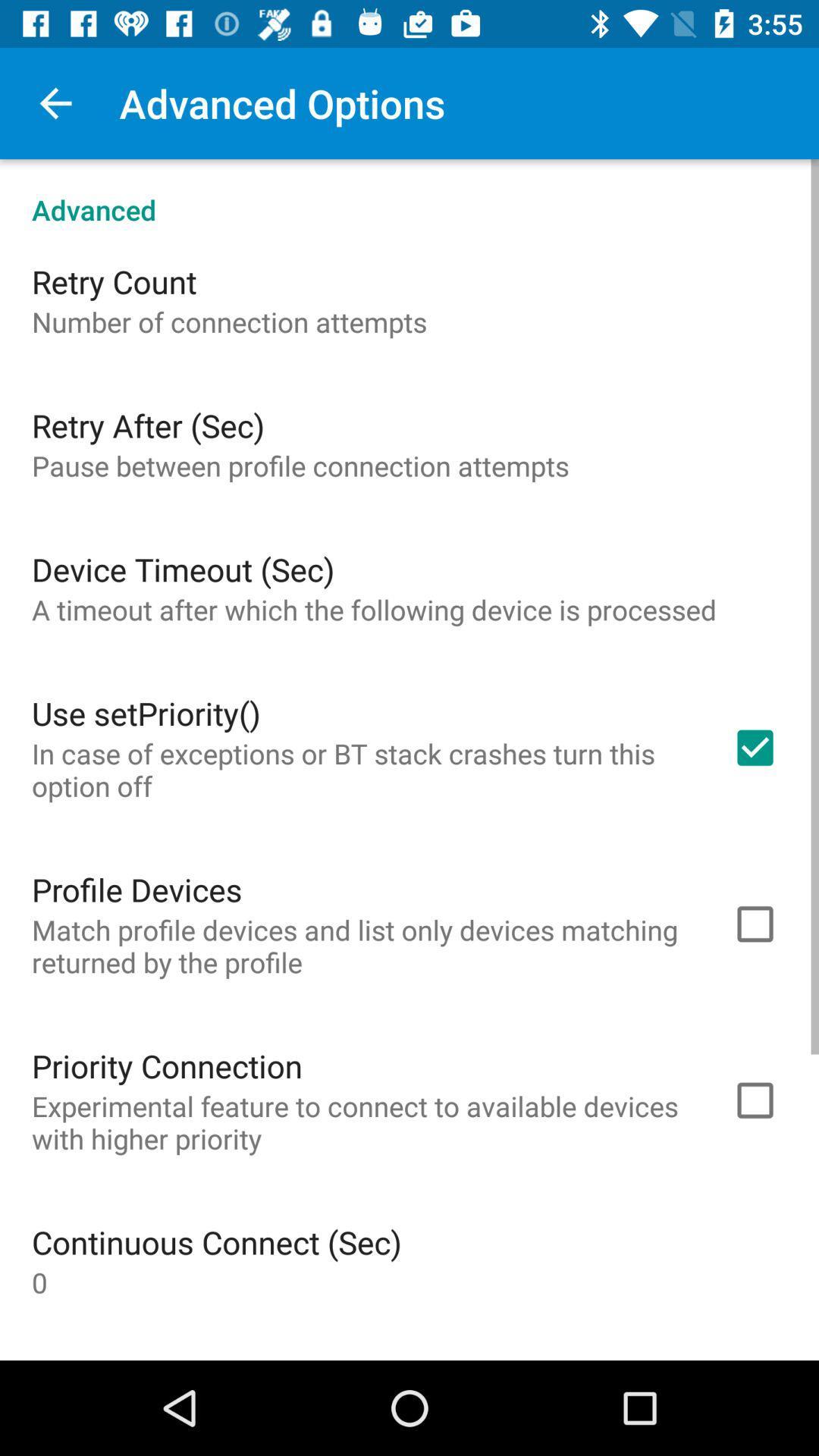 This screenshot has height=1456, width=819. I want to click on the icon below a timeout after, so click(146, 712).